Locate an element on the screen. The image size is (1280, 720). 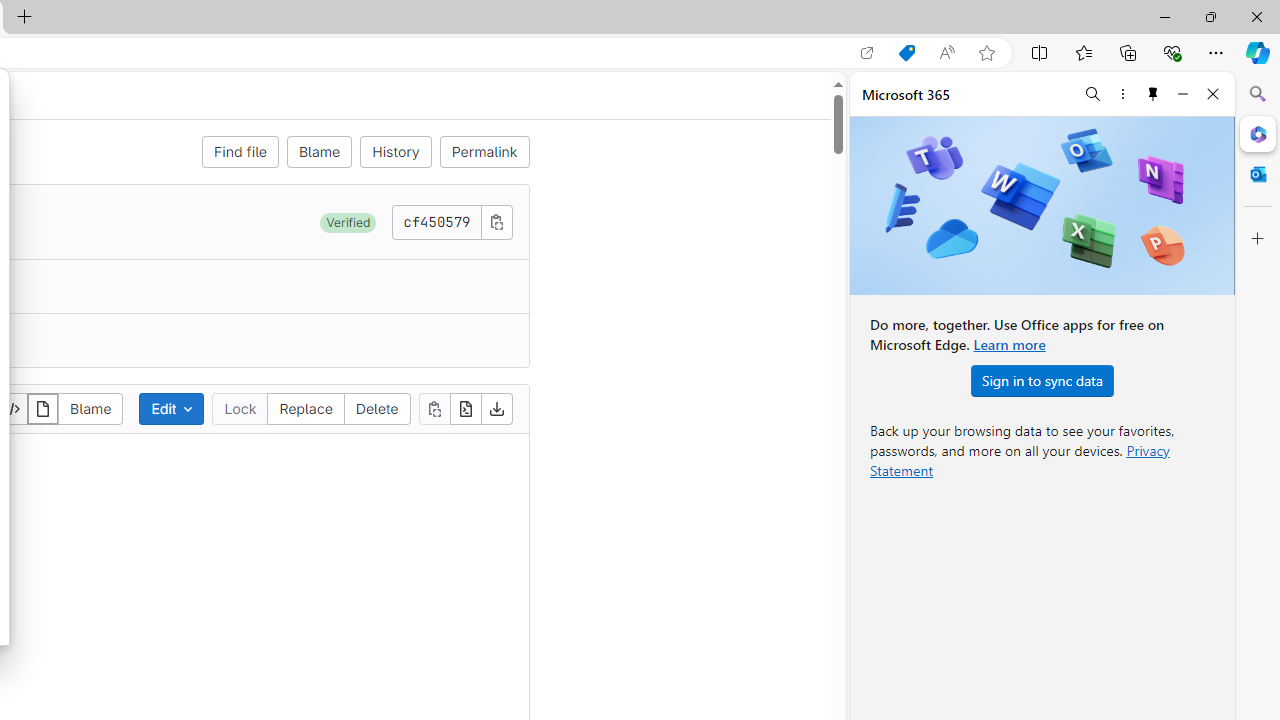
'Restore' is located at coordinates (1209, 16).